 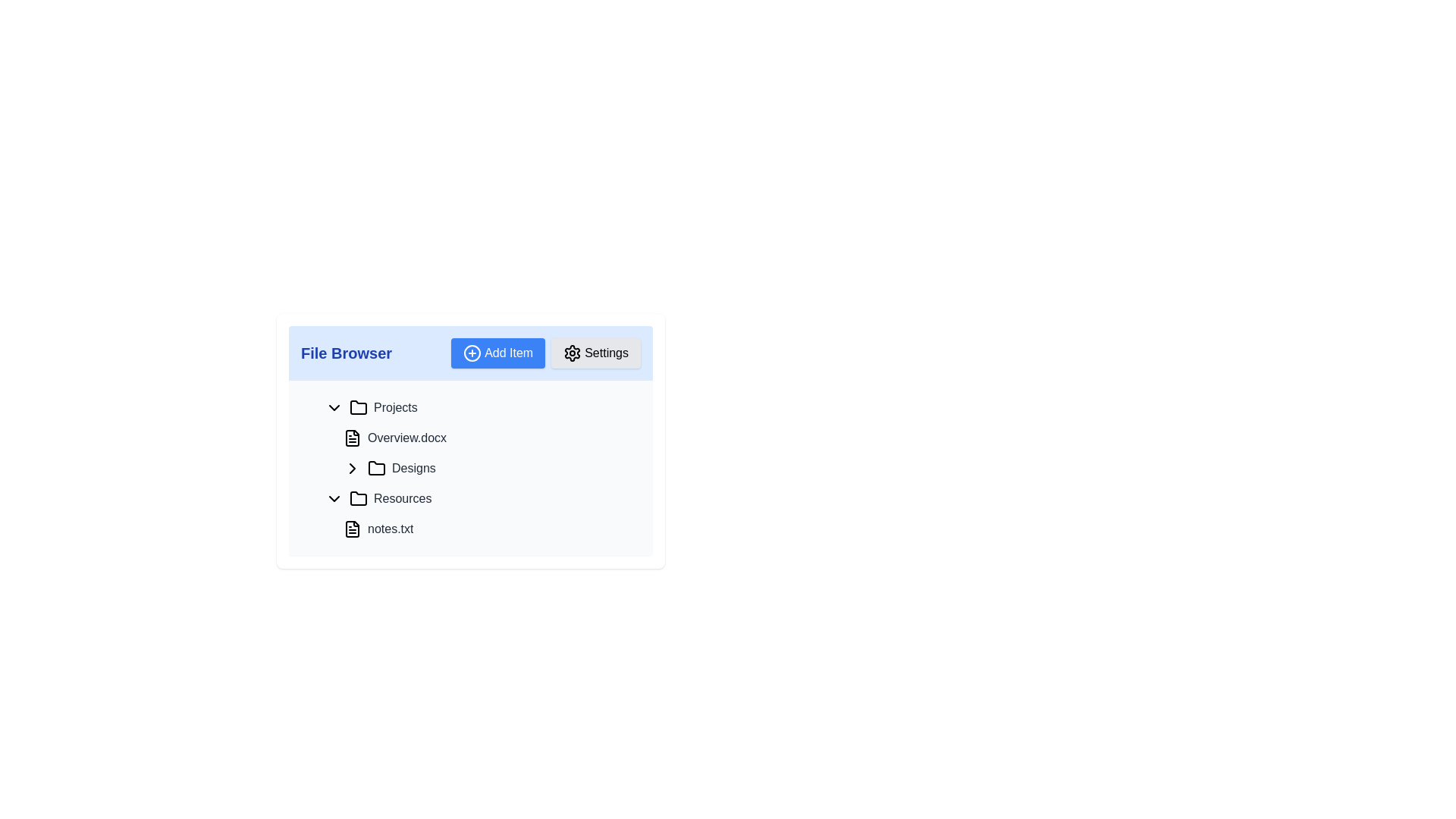 What do you see at coordinates (595, 353) in the screenshot?
I see `the settings button located to the right of the 'Add Item' button in the top-right section of the interface` at bounding box center [595, 353].